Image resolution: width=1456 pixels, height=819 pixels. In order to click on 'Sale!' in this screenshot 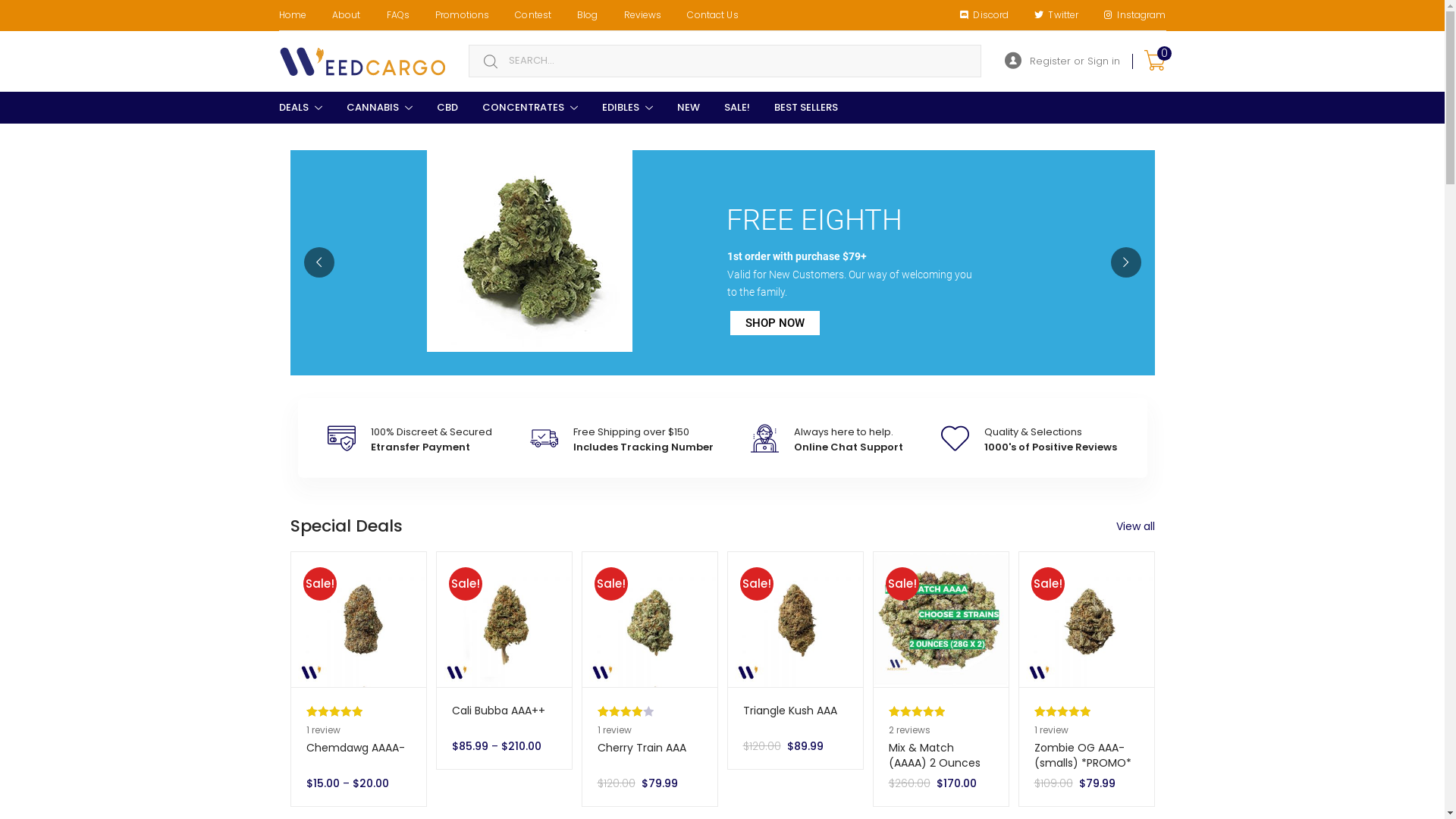, I will do `click(436, 620)`.